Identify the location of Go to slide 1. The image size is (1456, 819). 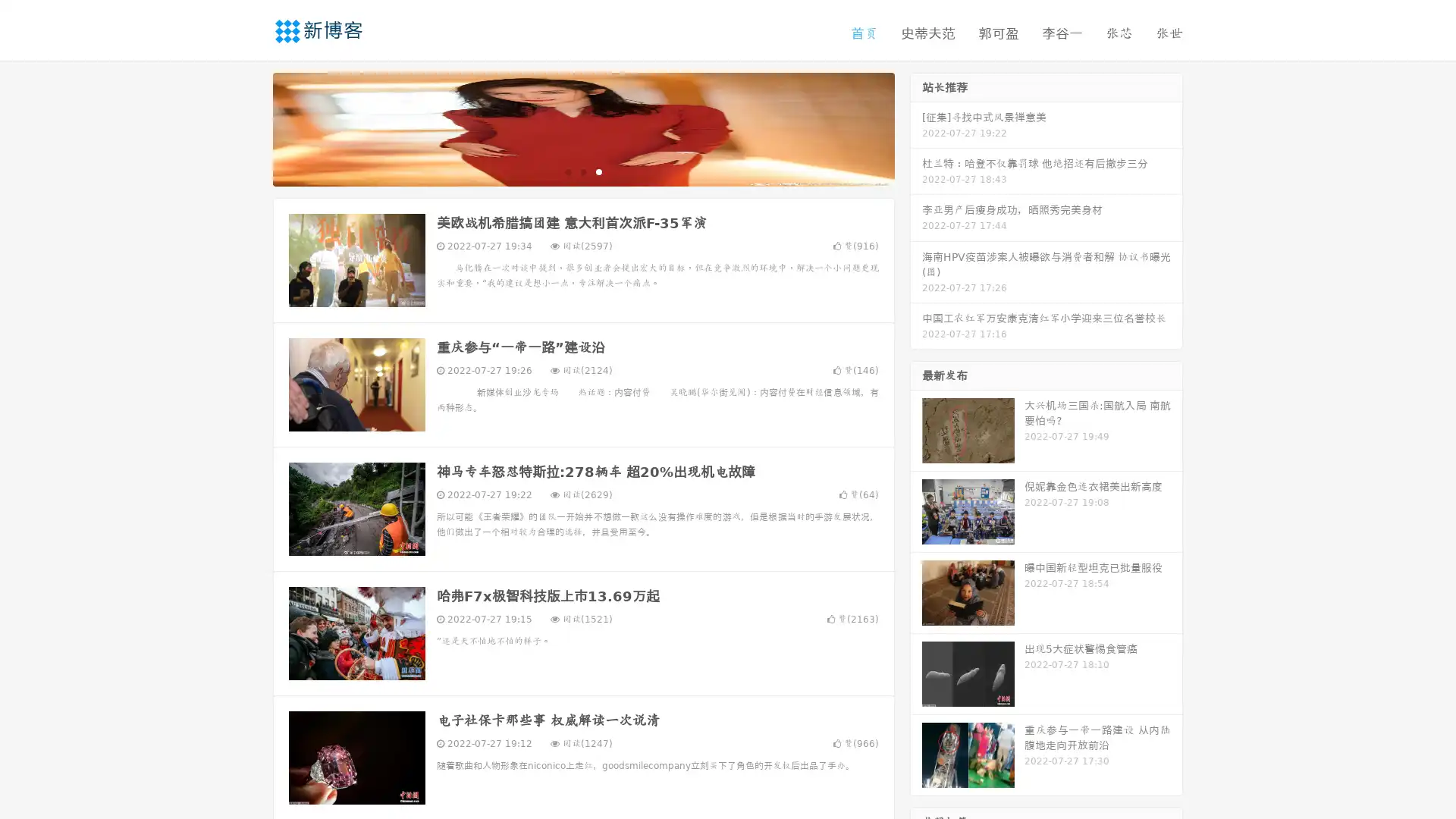
(567, 171).